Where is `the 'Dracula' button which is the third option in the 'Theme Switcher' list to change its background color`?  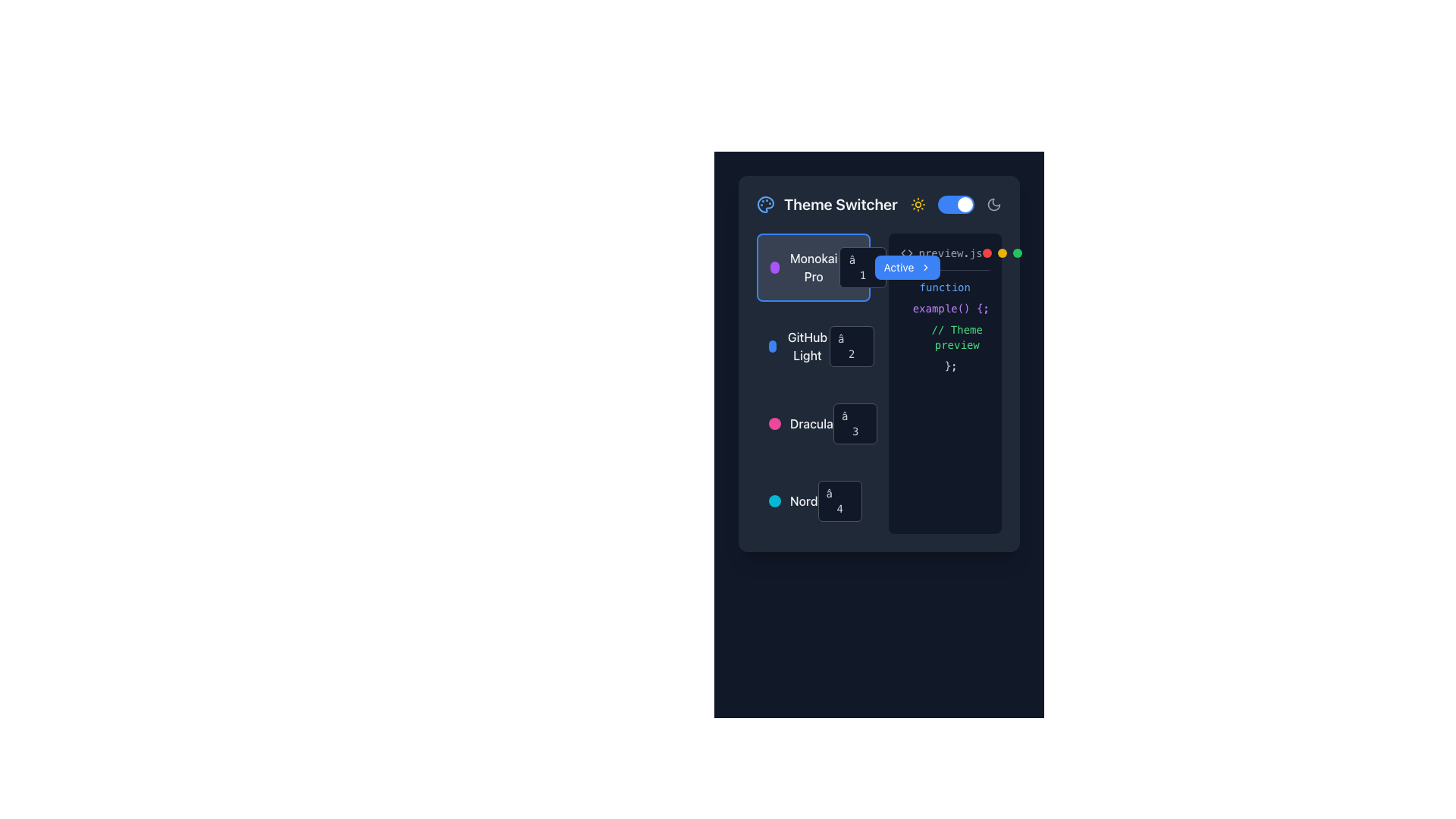
the 'Dracula' button which is the third option in the 'Theme Switcher' list to change its background color is located at coordinates (812, 424).